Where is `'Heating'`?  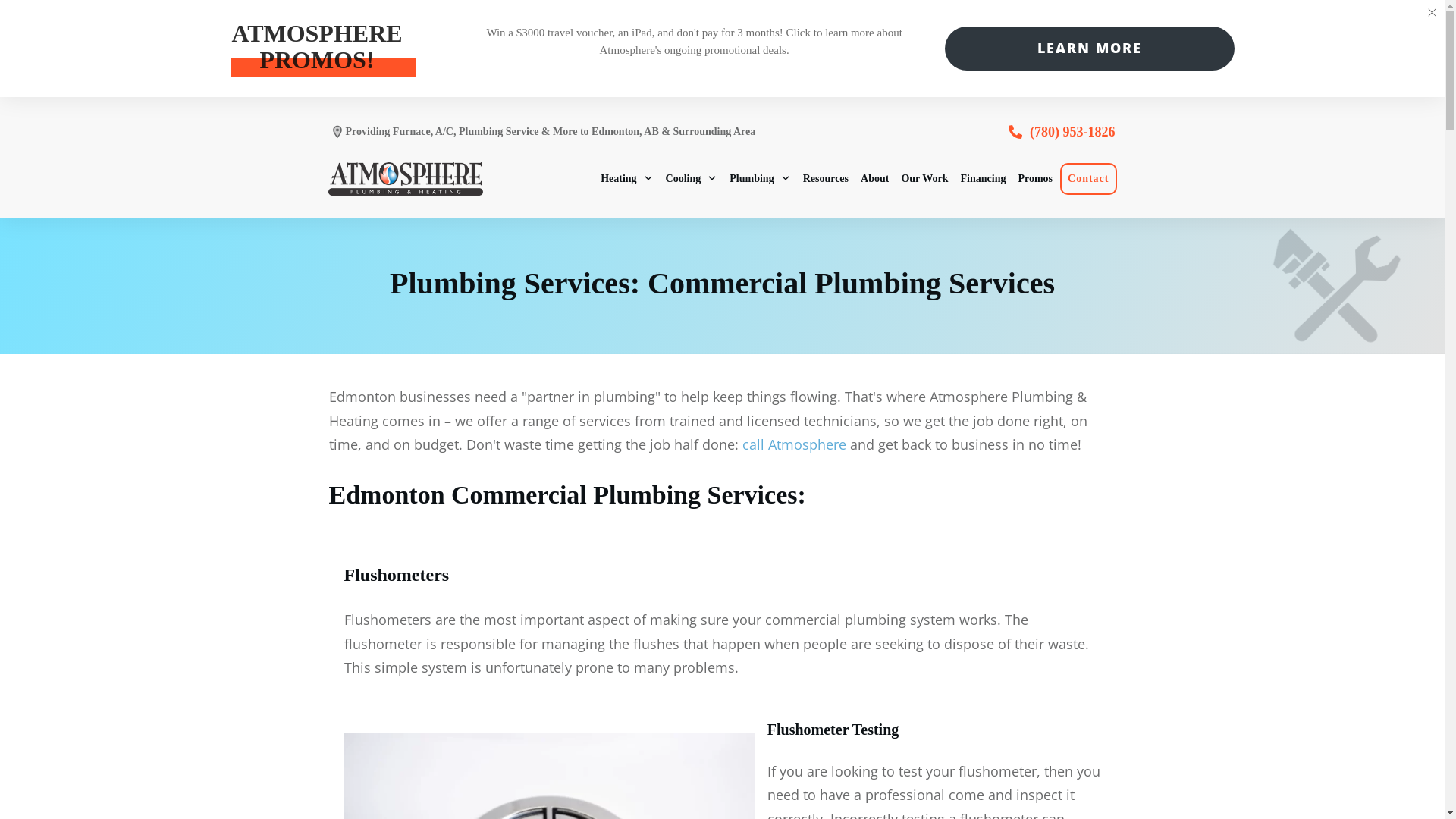
'Heating' is located at coordinates (626, 177).